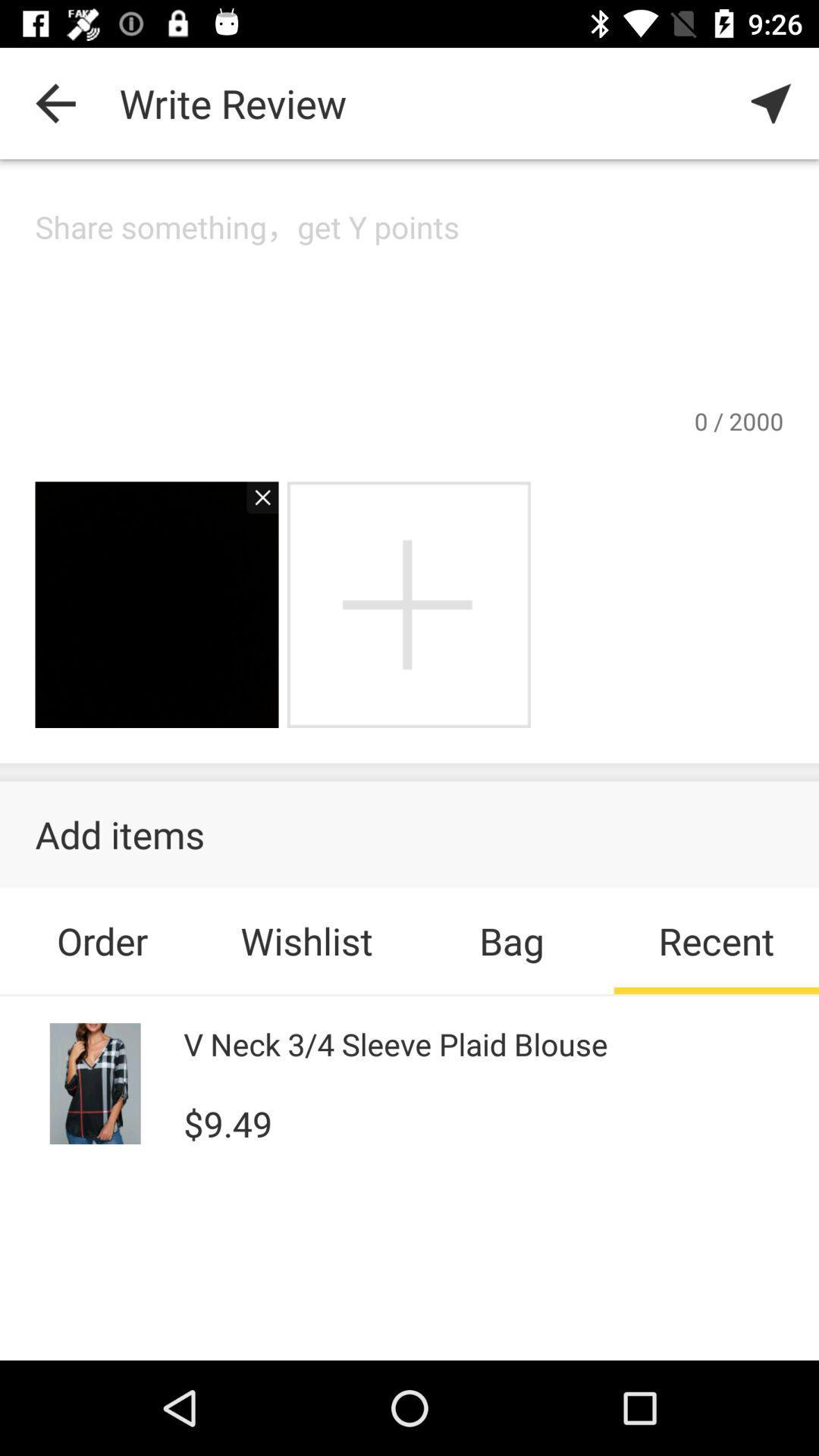 This screenshot has height=1456, width=819. I want to click on type text, so click(409, 304).